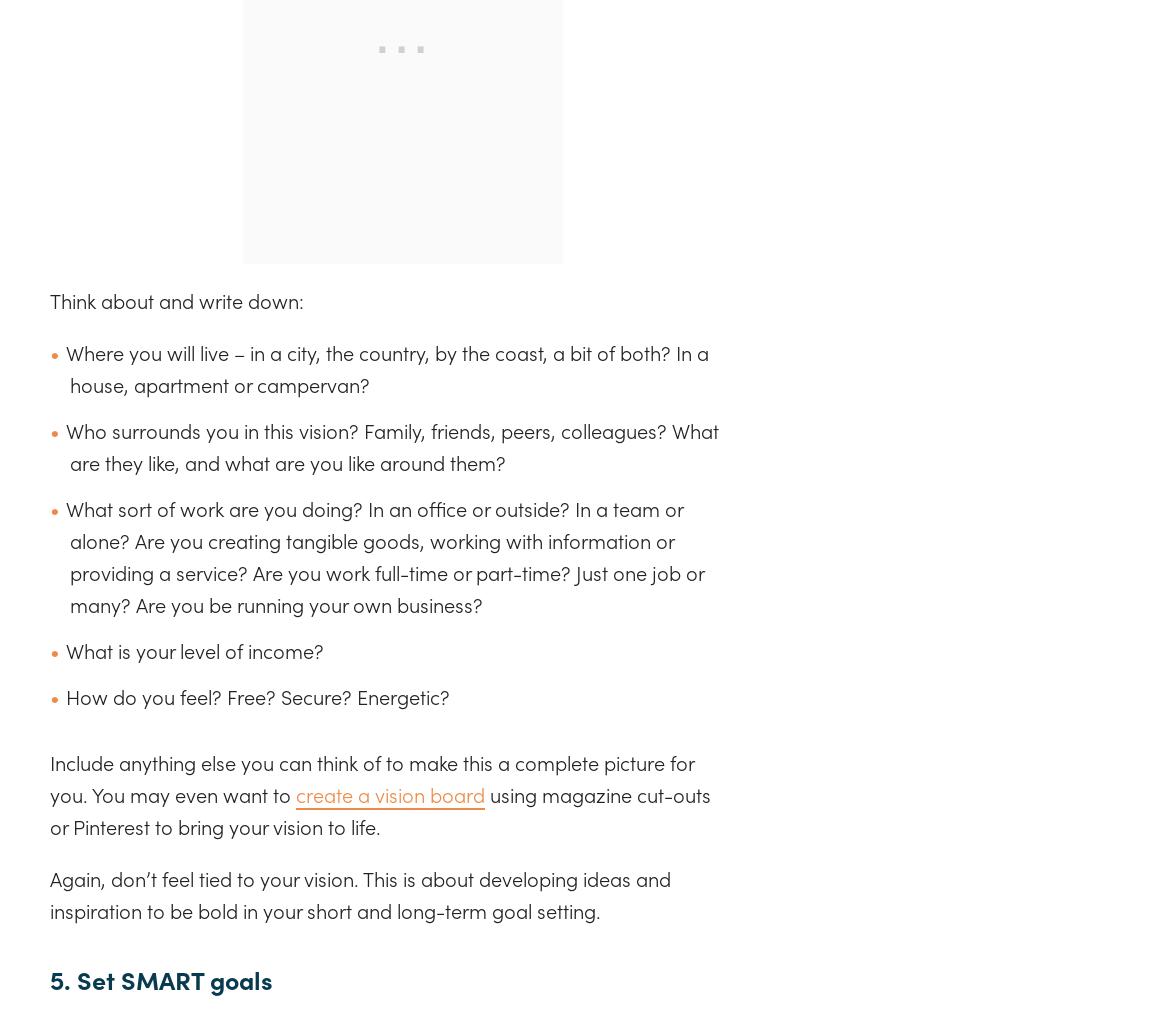 The width and height of the screenshot is (1150, 1020). Describe the element at coordinates (256, 695) in the screenshot. I see `'How do you feel? Free? Secure? Energetic?'` at that location.